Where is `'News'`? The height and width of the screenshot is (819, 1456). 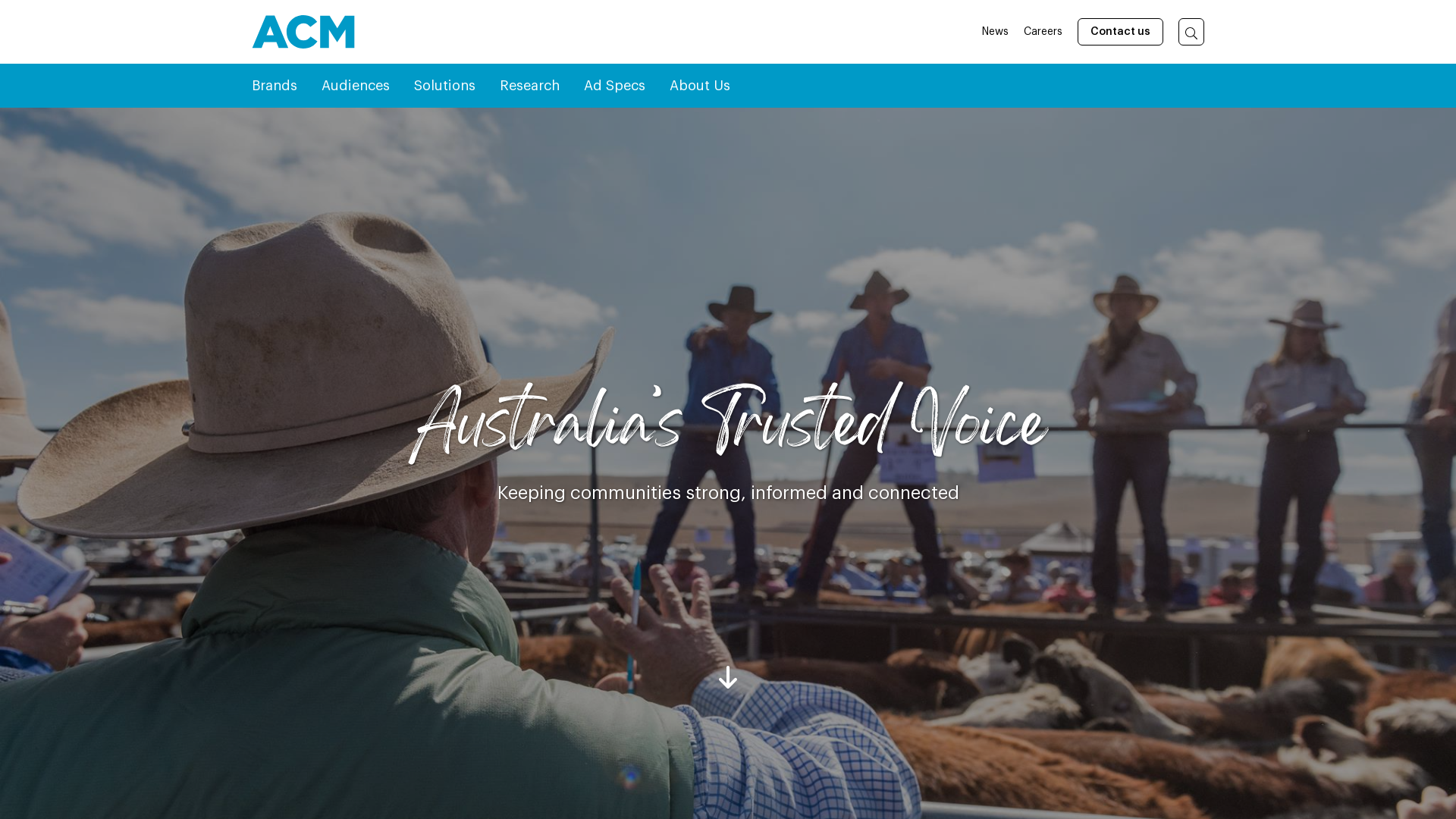
'News' is located at coordinates (995, 32).